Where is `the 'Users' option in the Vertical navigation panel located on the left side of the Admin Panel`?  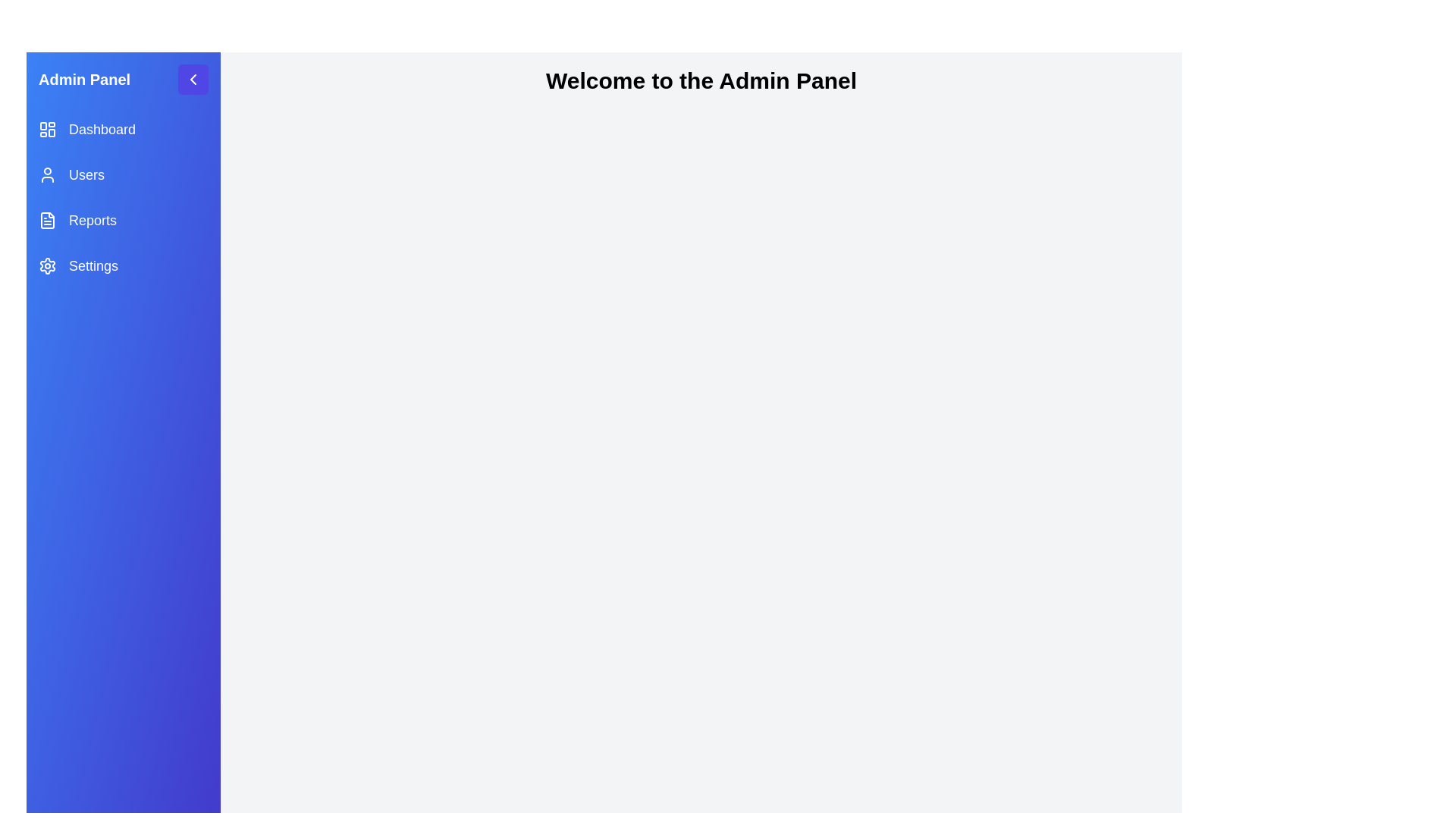
the 'Users' option in the Vertical navigation panel located on the left side of the Admin Panel is located at coordinates (124, 197).